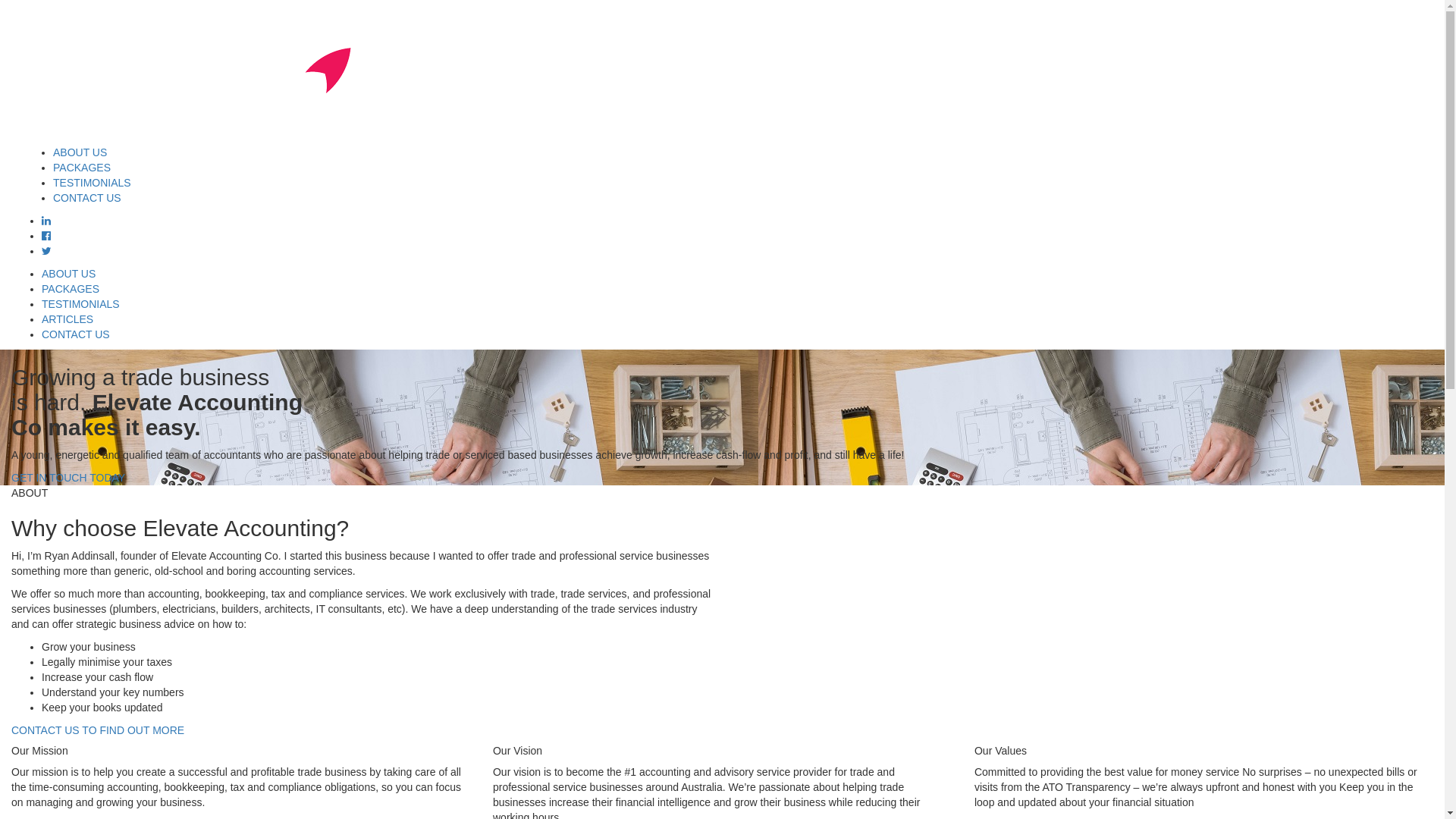 Image resolution: width=1456 pixels, height=819 pixels. Describe the element at coordinates (53, 152) in the screenshot. I see `'ABOUT US'` at that location.